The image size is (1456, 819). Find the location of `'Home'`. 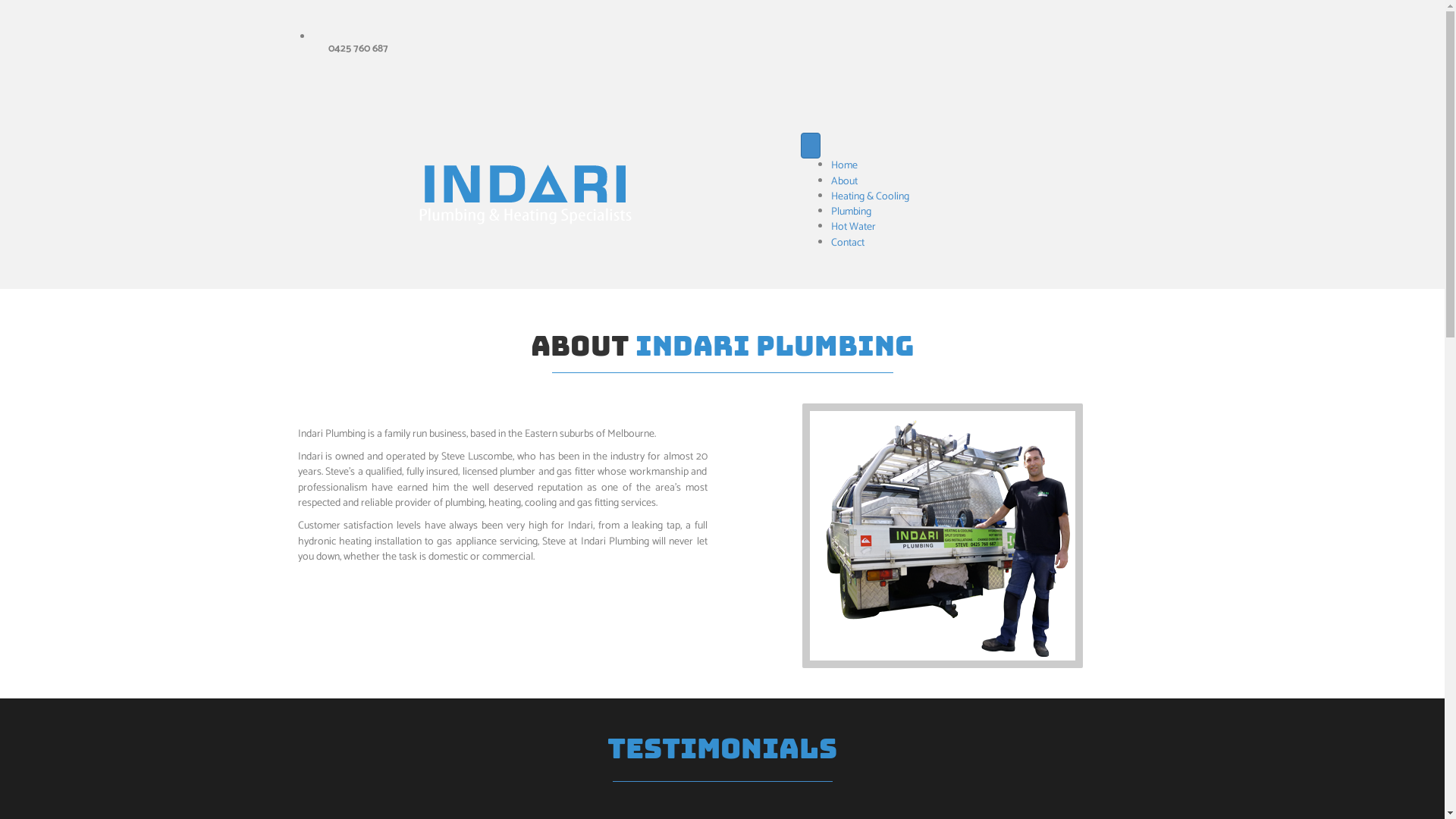

'Home' is located at coordinates (830, 165).